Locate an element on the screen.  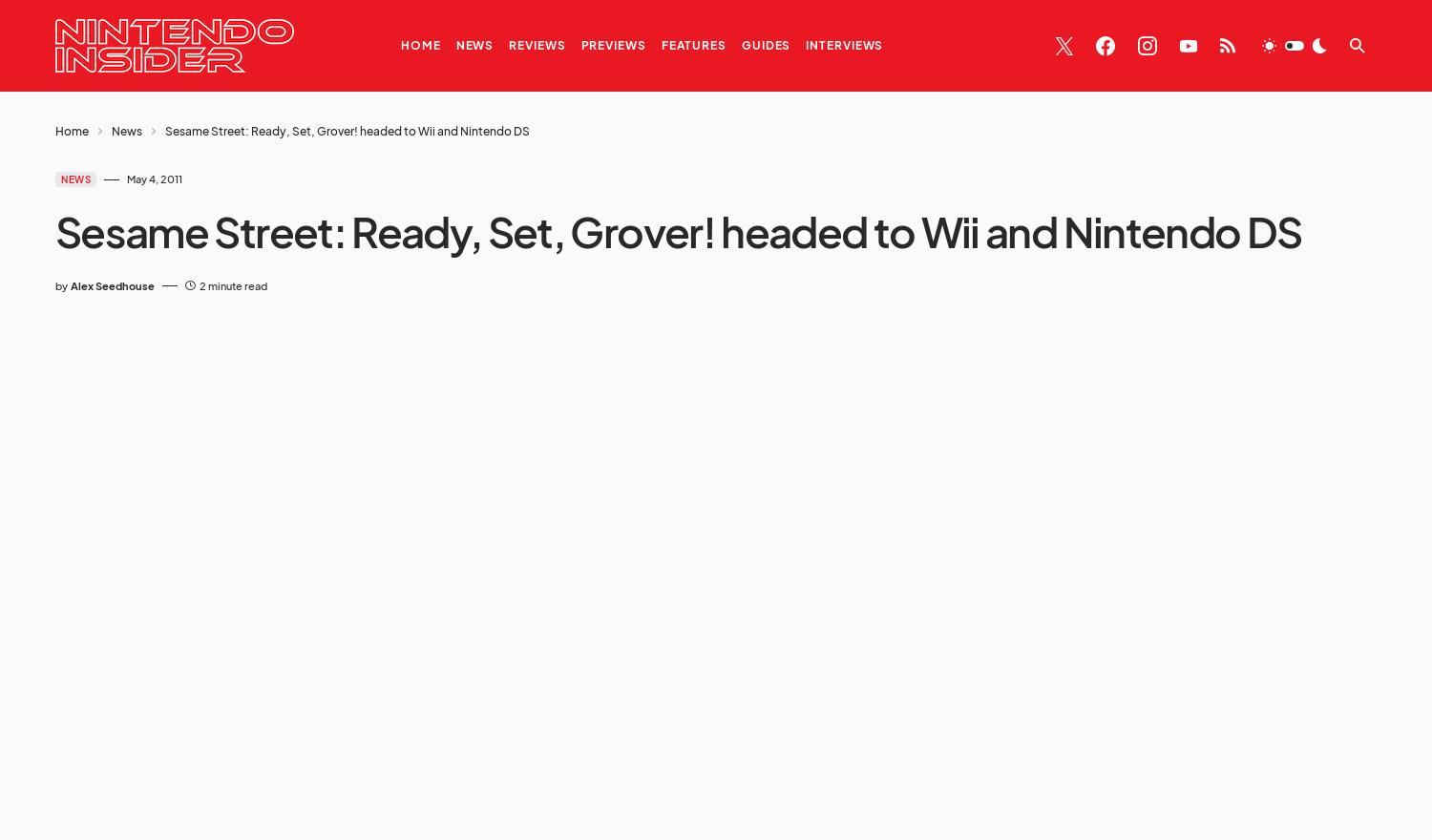
'Alex Seedhouse' is located at coordinates (112, 283).